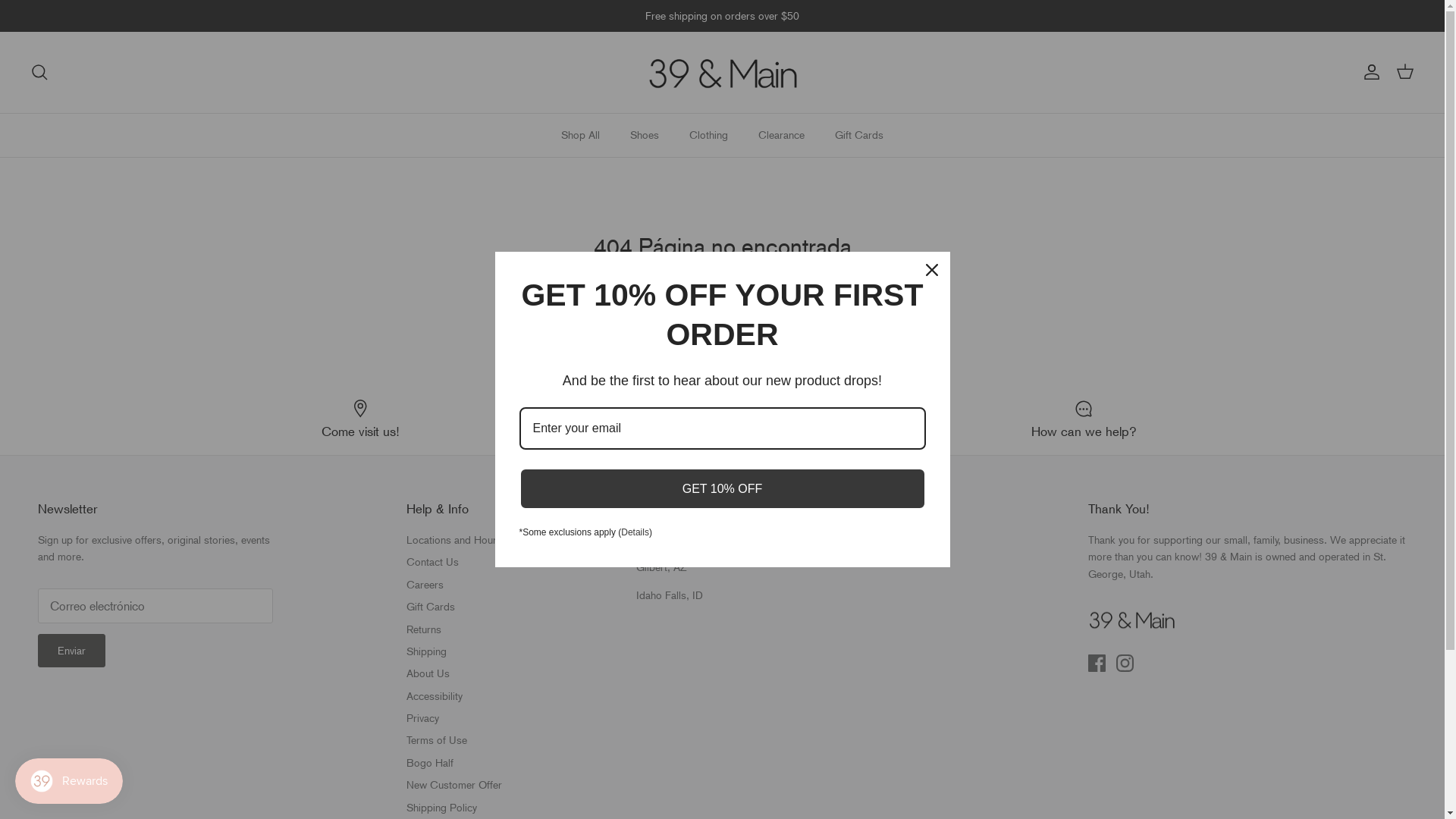 This screenshot has height=819, width=1456. What do you see at coordinates (428, 763) in the screenshot?
I see `'Bogo Half'` at bounding box center [428, 763].